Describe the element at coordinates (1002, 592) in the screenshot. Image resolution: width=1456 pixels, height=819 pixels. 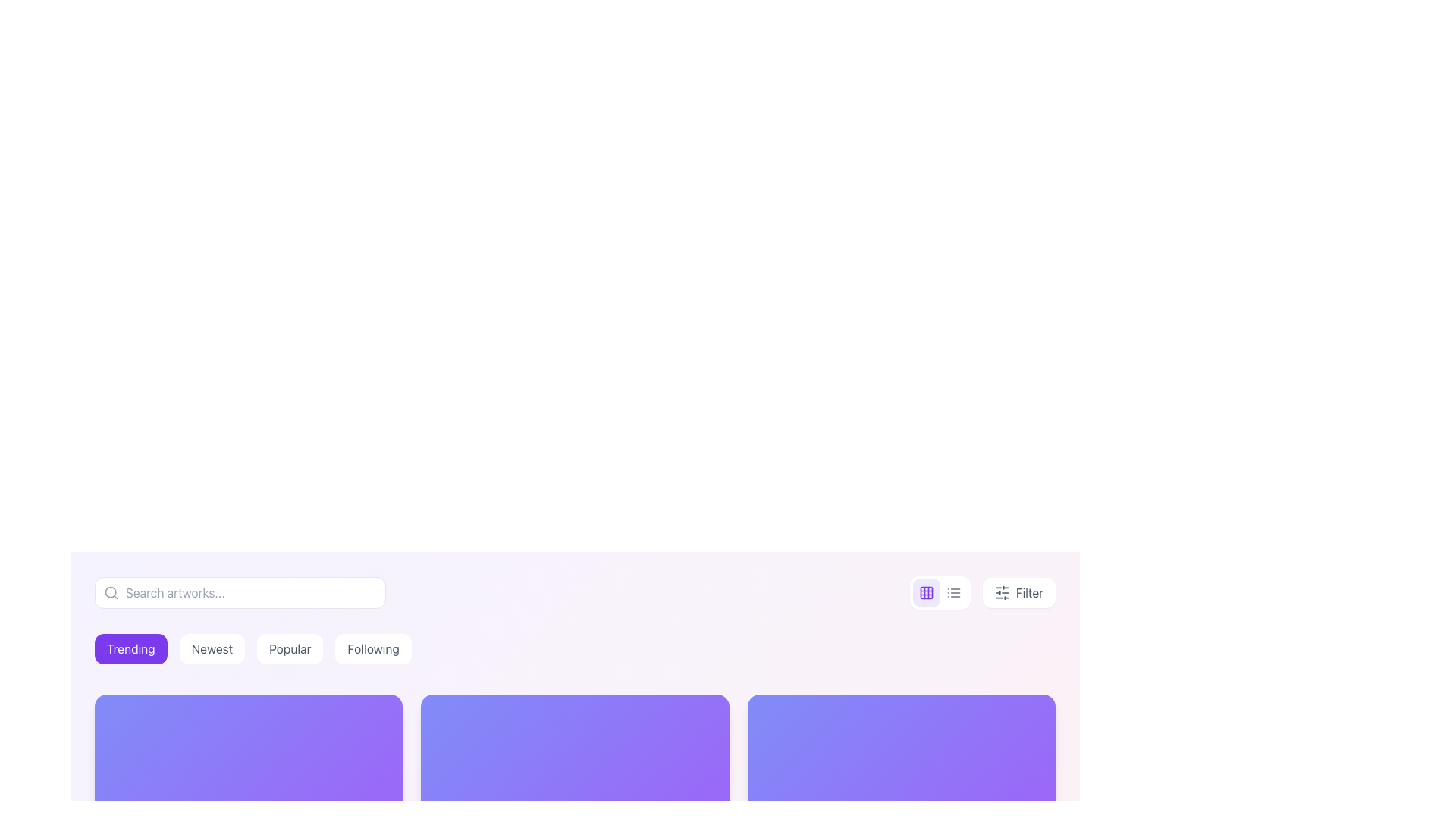
I see `the settings adjustment icon, which is part of the 'Filter' button located in the top-right corner of the interface` at that location.